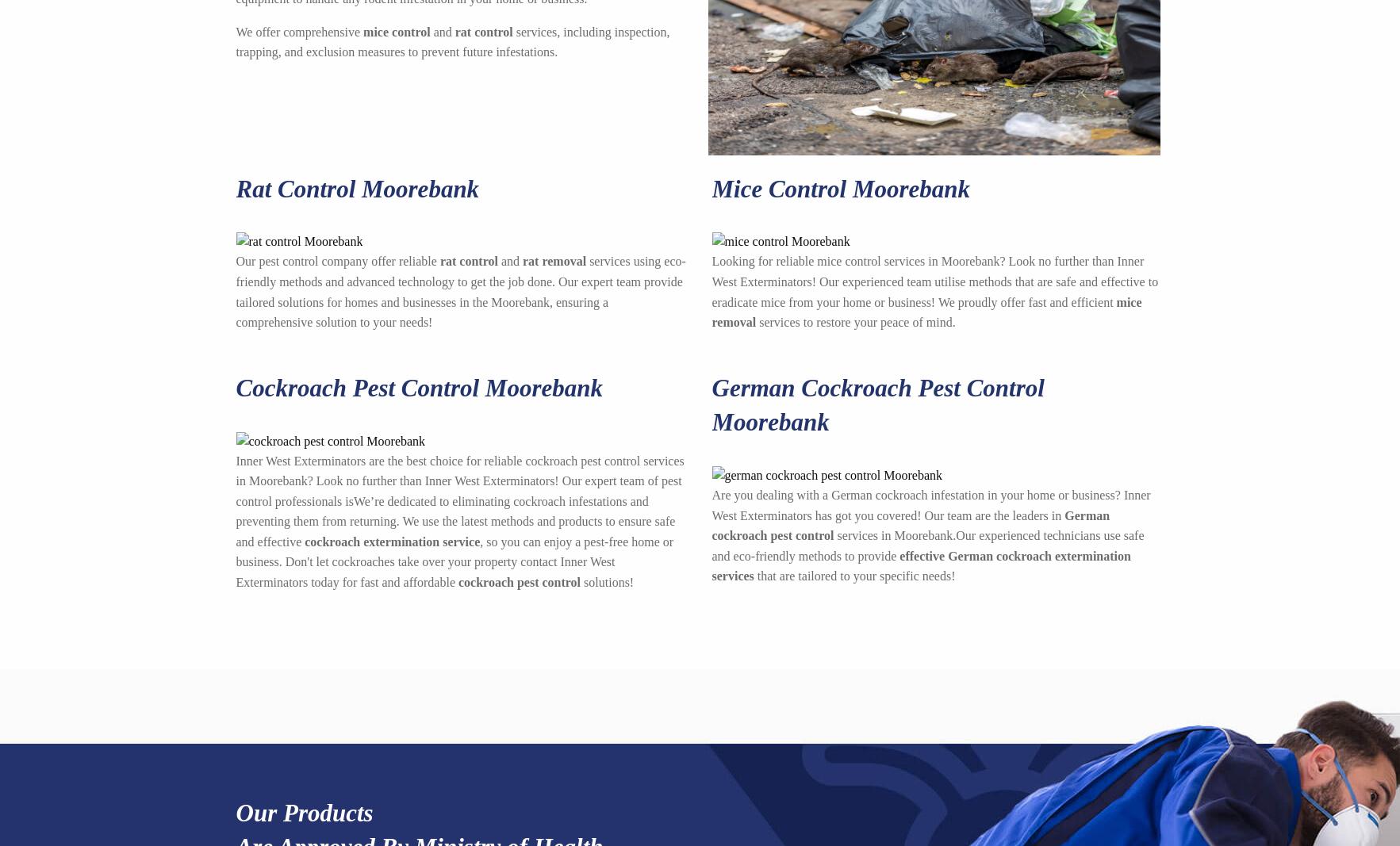 The width and height of the screenshot is (1400, 846). What do you see at coordinates (453, 561) in the screenshot?
I see `', so you can enjoy a pest-free home or business. Don't let cockroaches take over your property contact Inner West Exterminators today for fast and affordable'` at bounding box center [453, 561].